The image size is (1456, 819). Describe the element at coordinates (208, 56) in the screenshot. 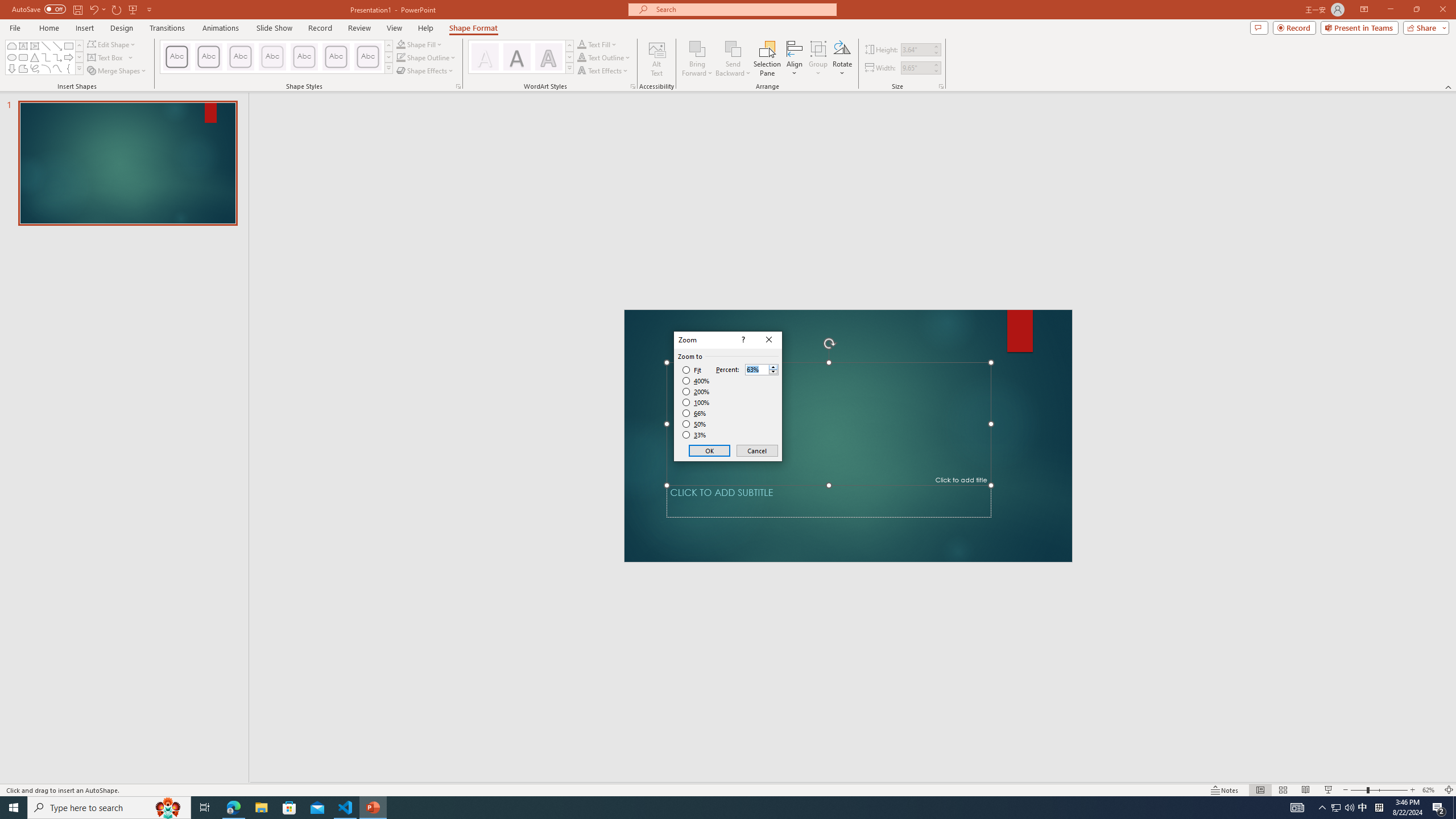

I see `'Colored Outline - Dark Red, Accent 1'` at that location.